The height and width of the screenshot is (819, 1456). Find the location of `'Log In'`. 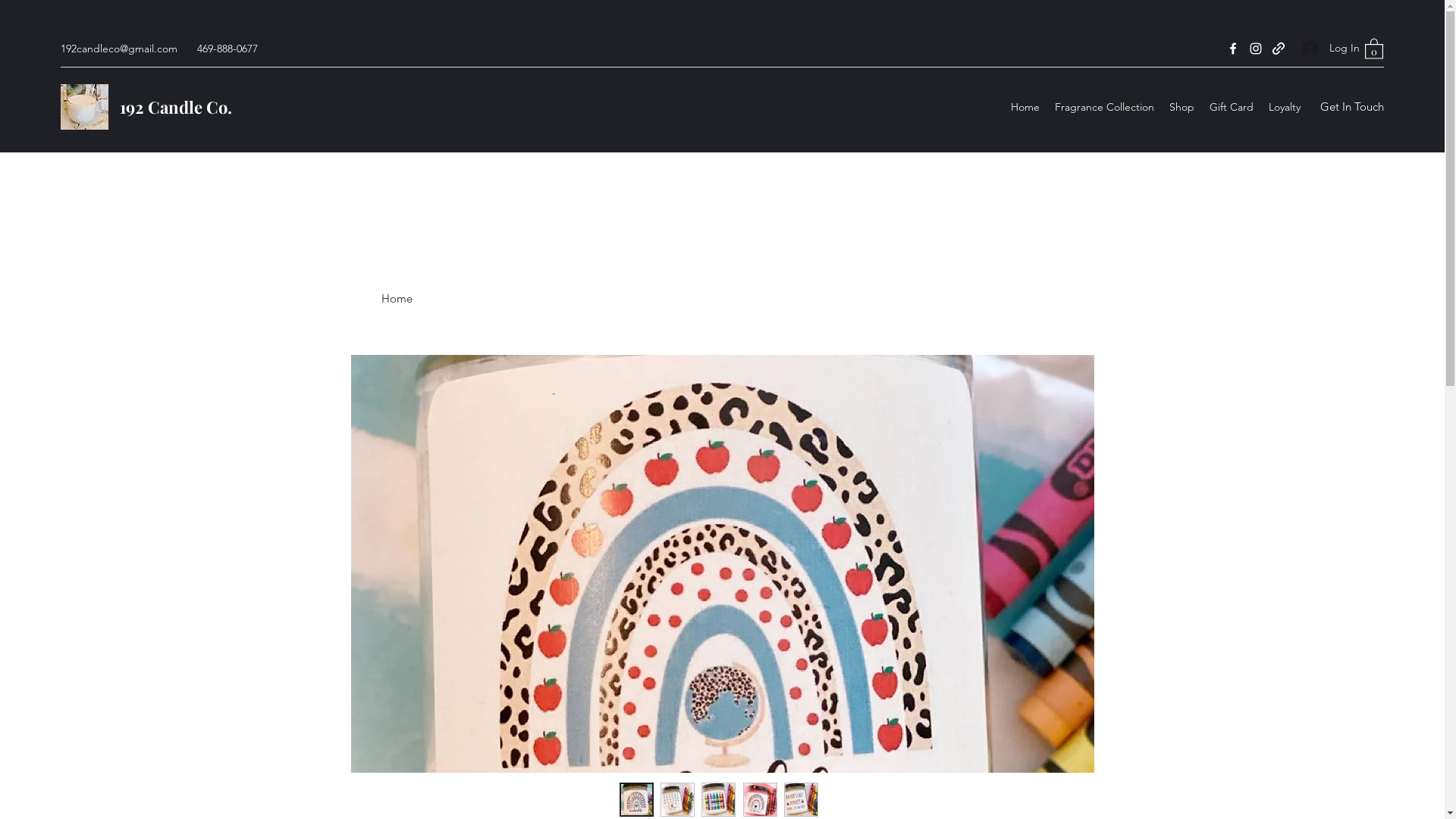

'Log In' is located at coordinates (1324, 47).